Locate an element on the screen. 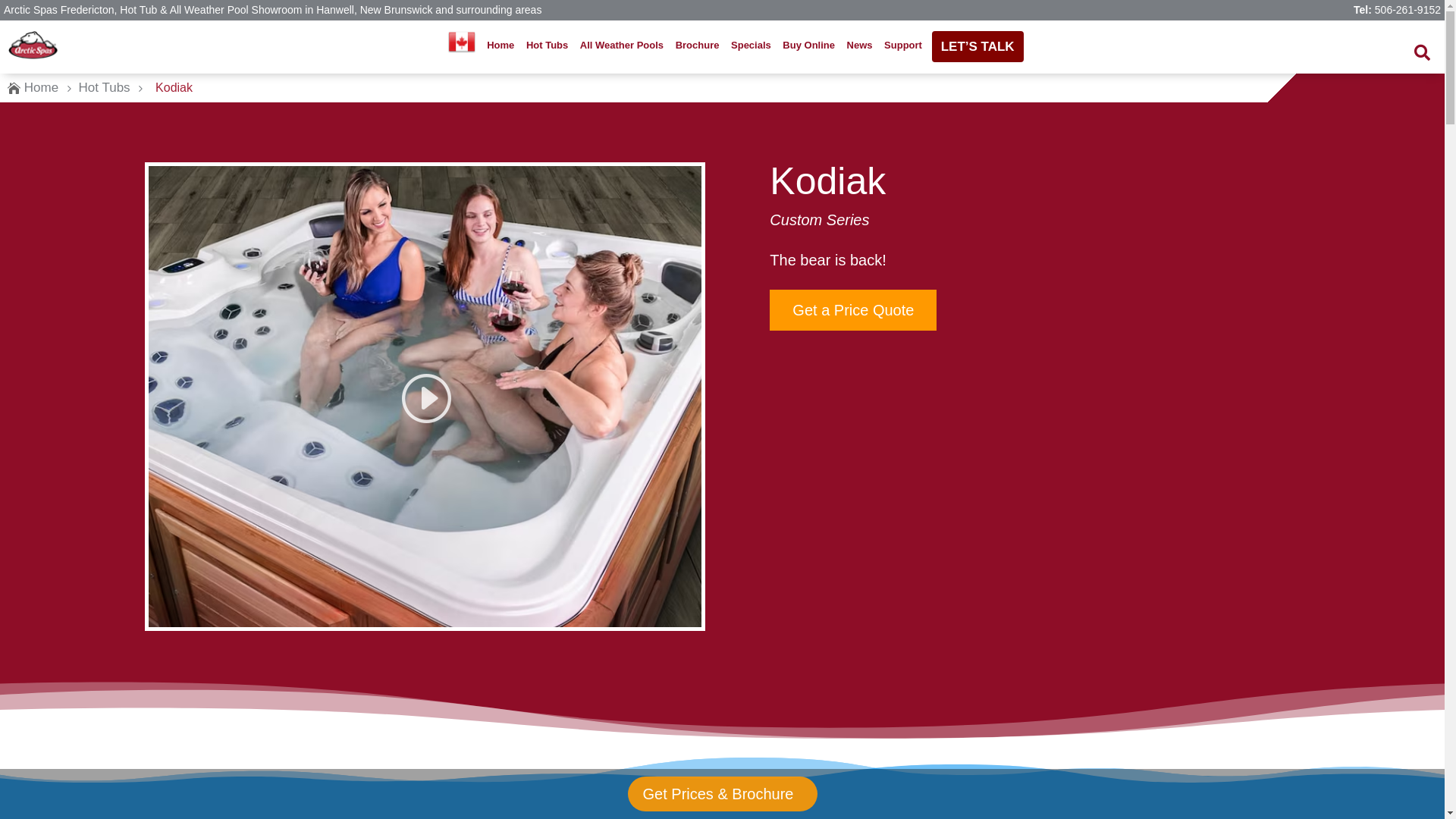 The width and height of the screenshot is (1456, 819). 'Support' is located at coordinates (902, 44).